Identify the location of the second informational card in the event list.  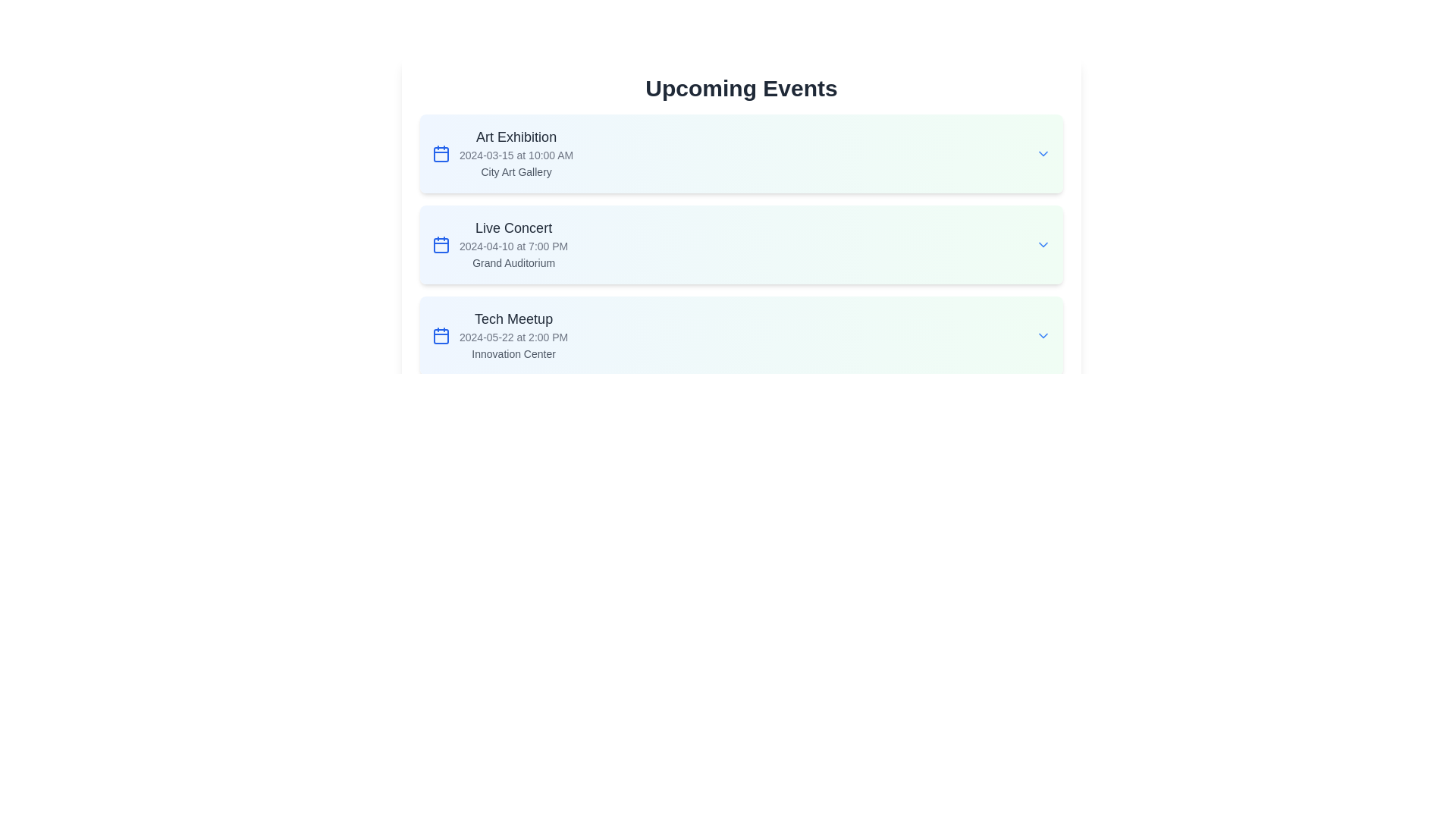
(500, 244).